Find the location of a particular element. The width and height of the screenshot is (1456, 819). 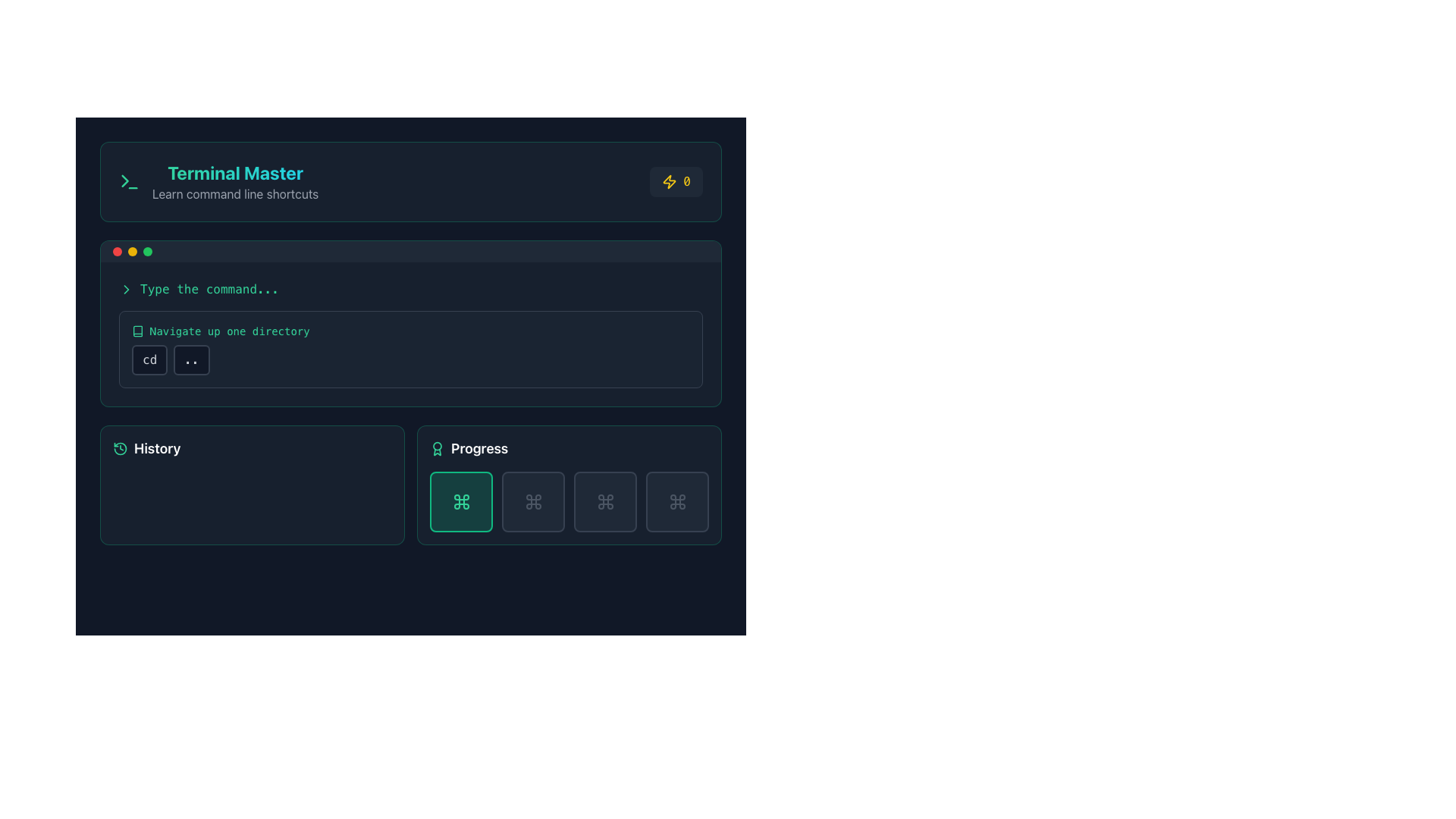

second icon in the 'Progress' section located in the lower-right area of the layout is located at coordinates (533, 502).